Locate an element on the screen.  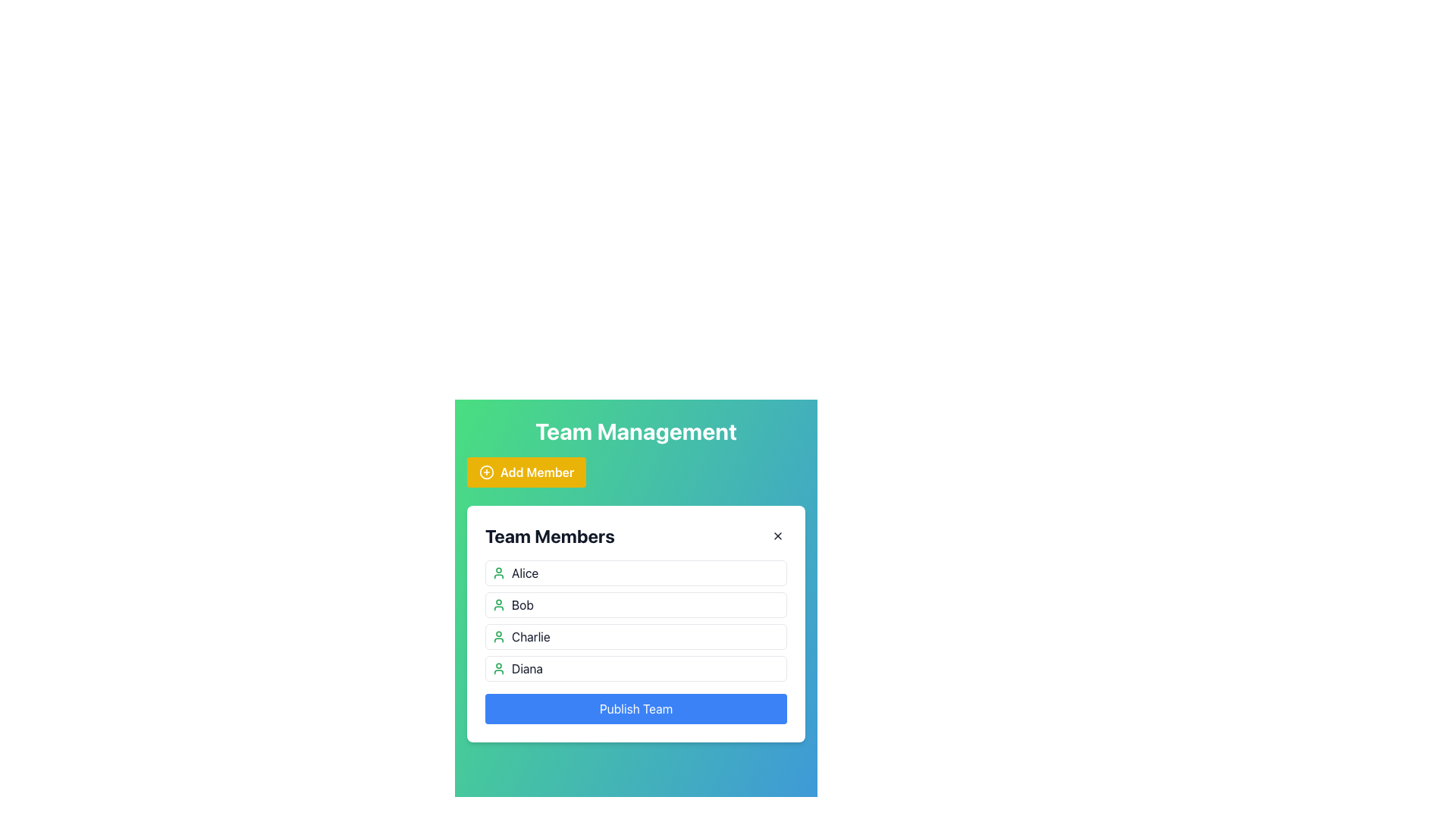
the 'Publish Team' button, which has a blue background and white text is located at coordinates (636, 708).